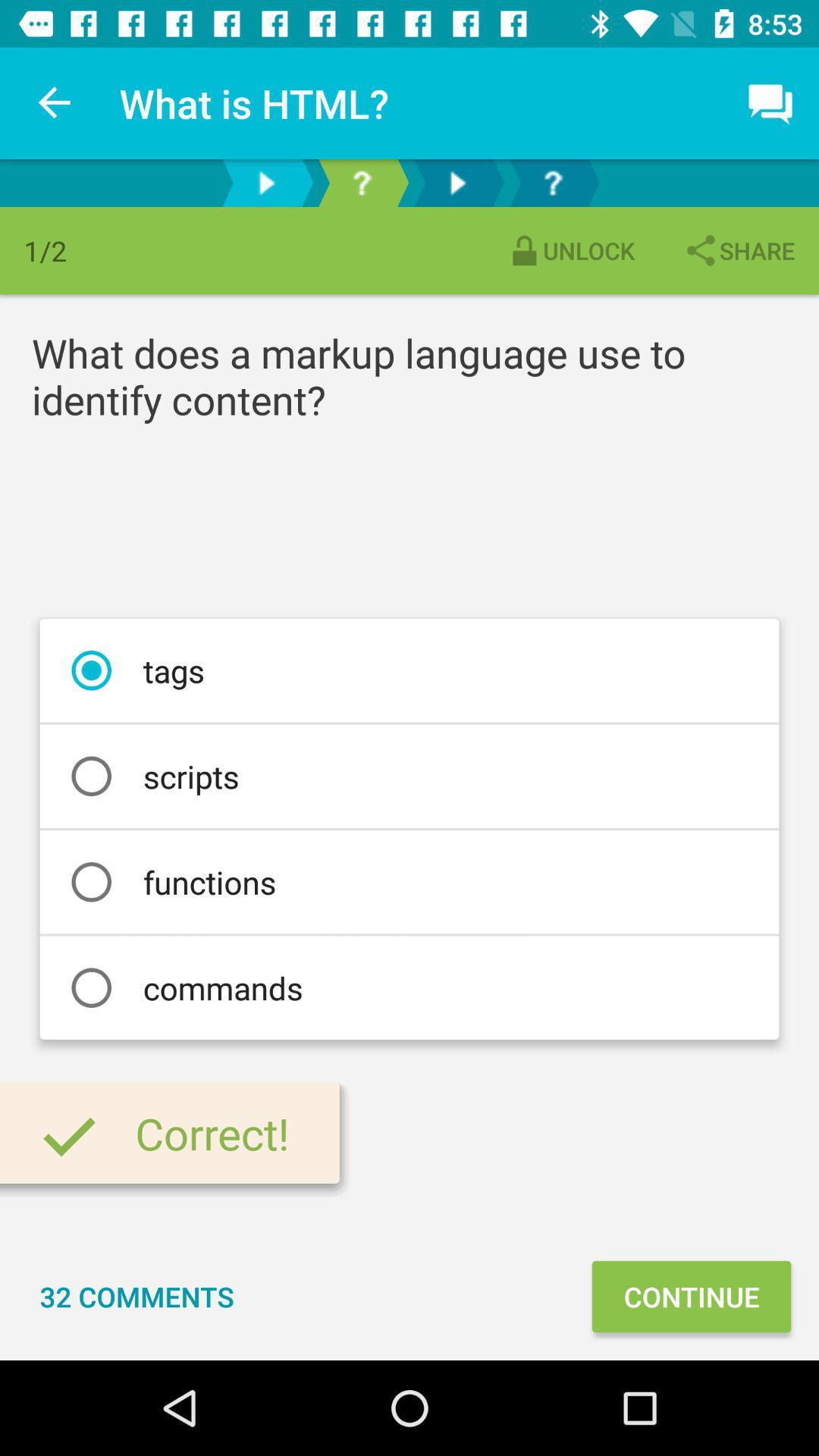 The image size is (819, 1456). I want to click on the help icon, so click(553, 182).